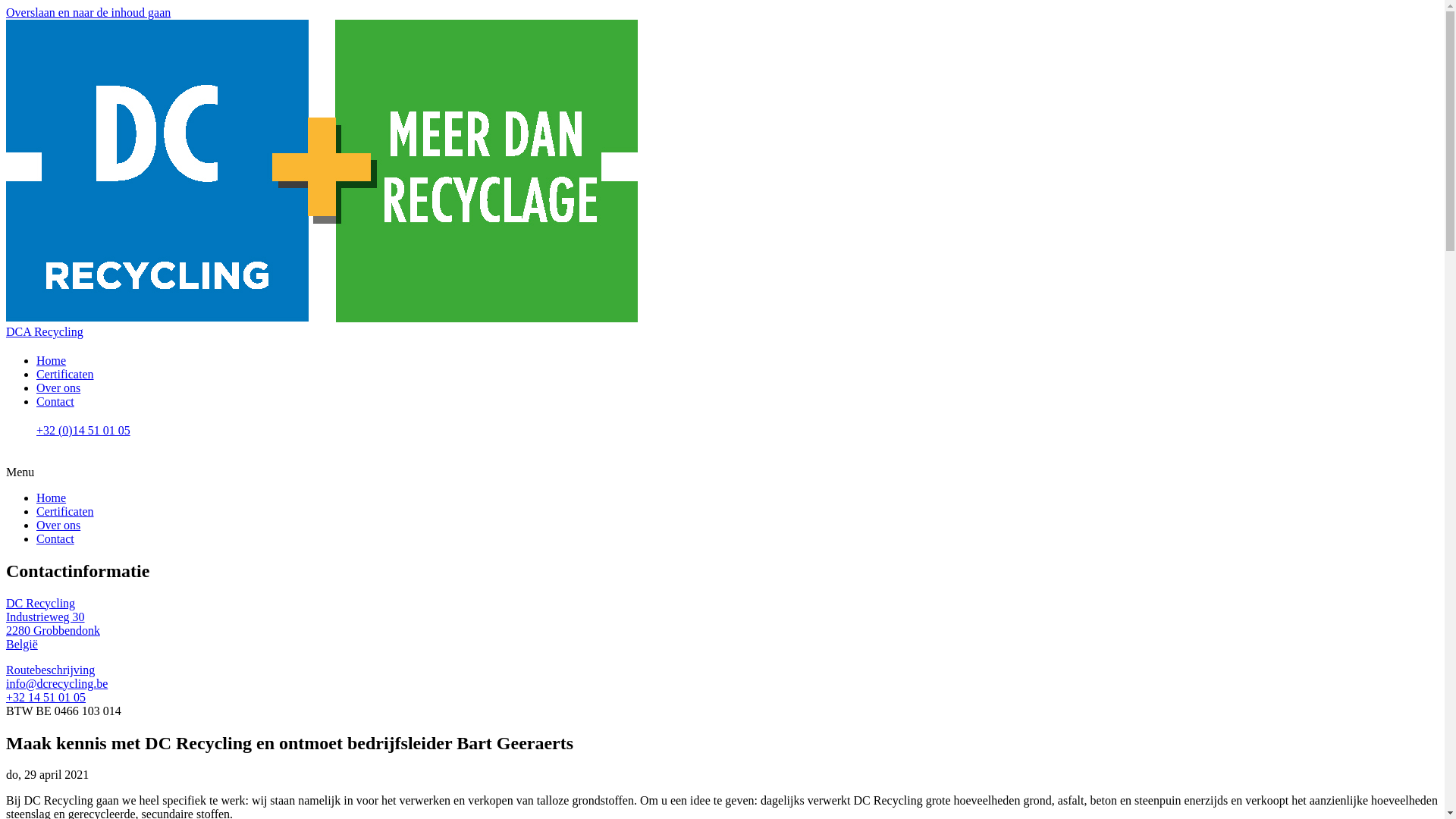  I want to click on 'Certificaten', so click(64, 374).